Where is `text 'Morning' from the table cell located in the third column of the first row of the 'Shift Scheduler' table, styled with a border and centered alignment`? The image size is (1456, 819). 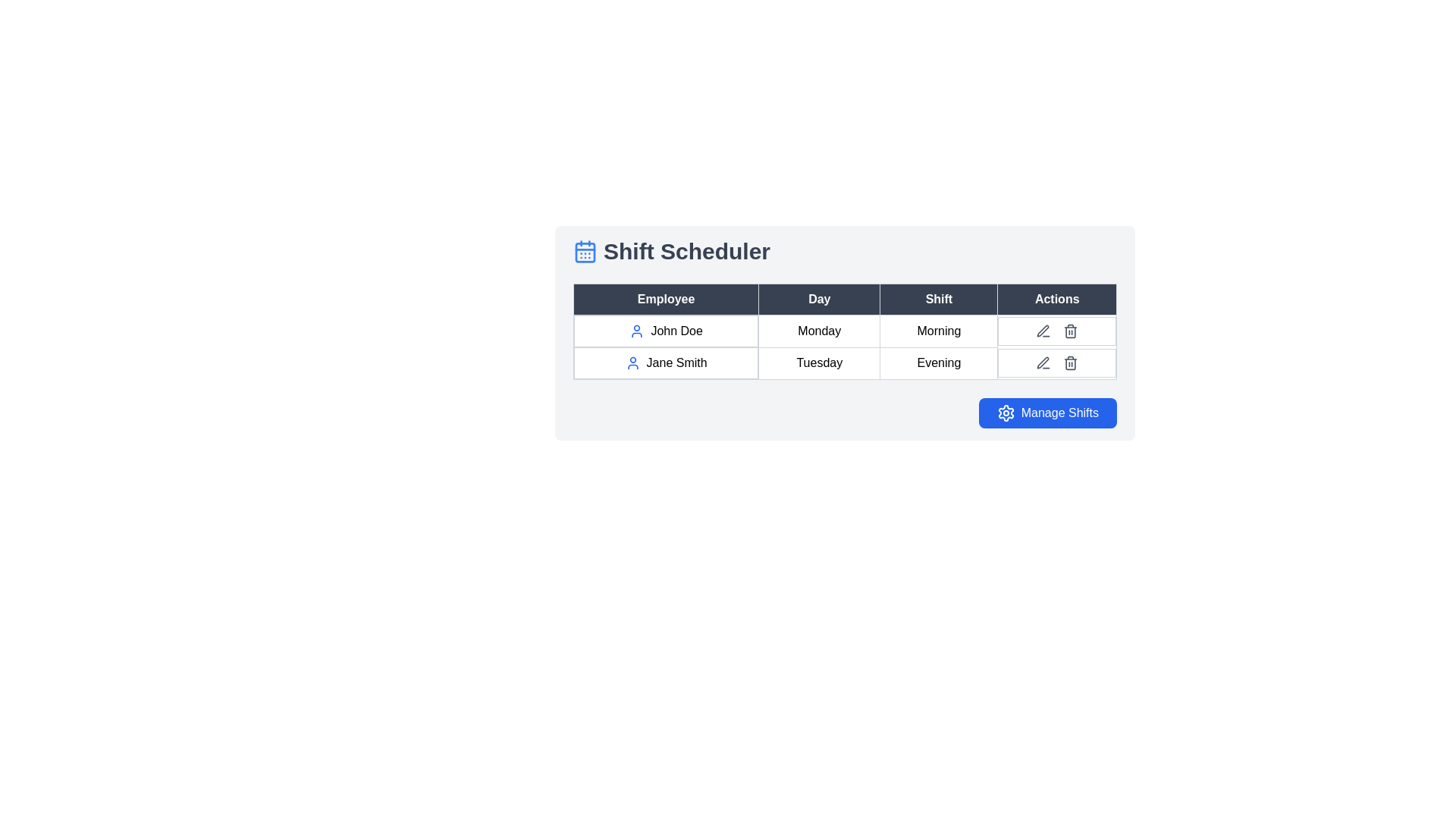 text 'Morning' from the table cell located in the third column of the first row of the 'Shift Scheduler' table, styled with a border and centered alignment is located at coordinates (938, 330).